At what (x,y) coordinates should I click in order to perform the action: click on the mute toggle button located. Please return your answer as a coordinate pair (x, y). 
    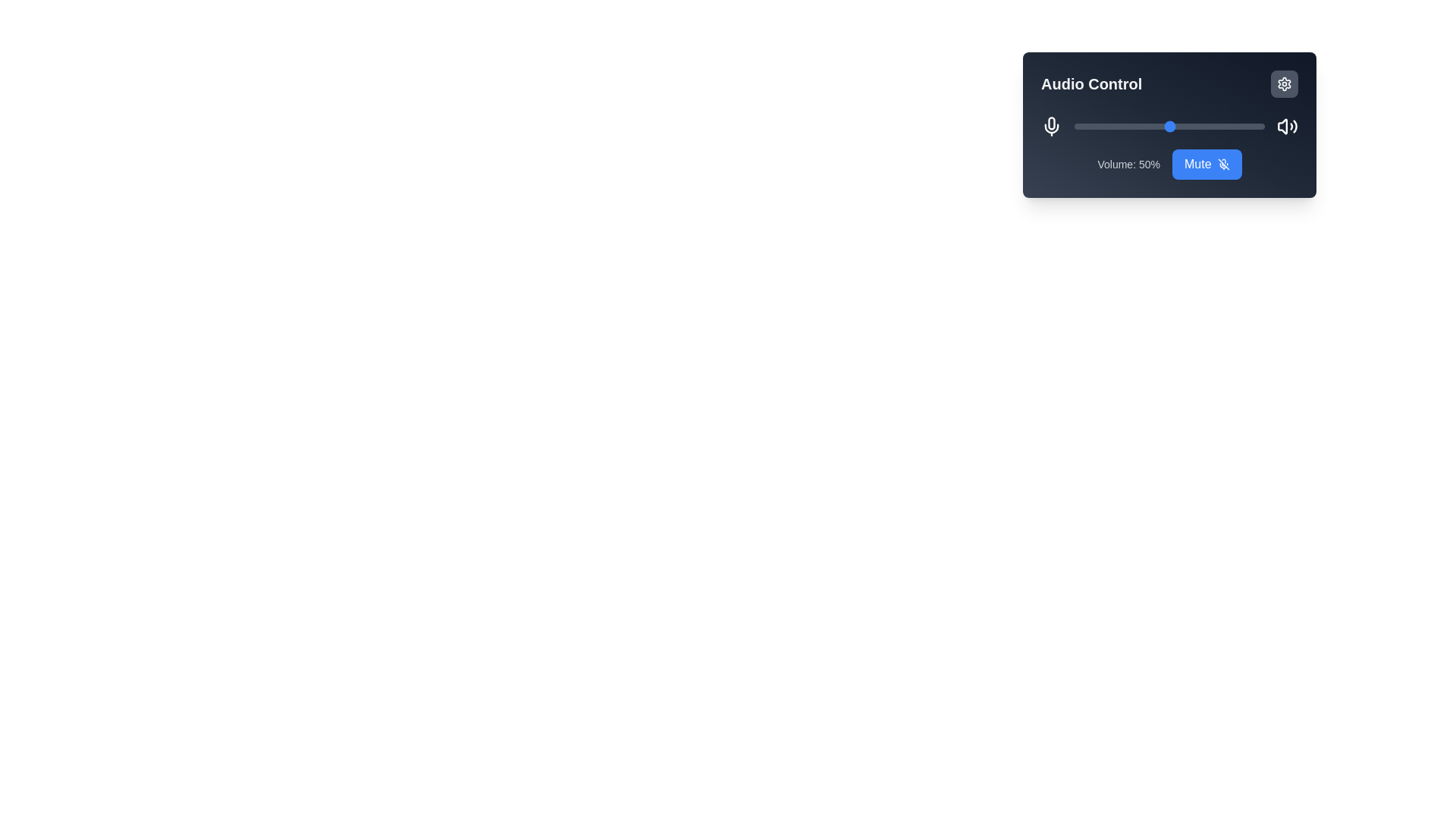
    Looking at the image, I should click on (1205, 164).